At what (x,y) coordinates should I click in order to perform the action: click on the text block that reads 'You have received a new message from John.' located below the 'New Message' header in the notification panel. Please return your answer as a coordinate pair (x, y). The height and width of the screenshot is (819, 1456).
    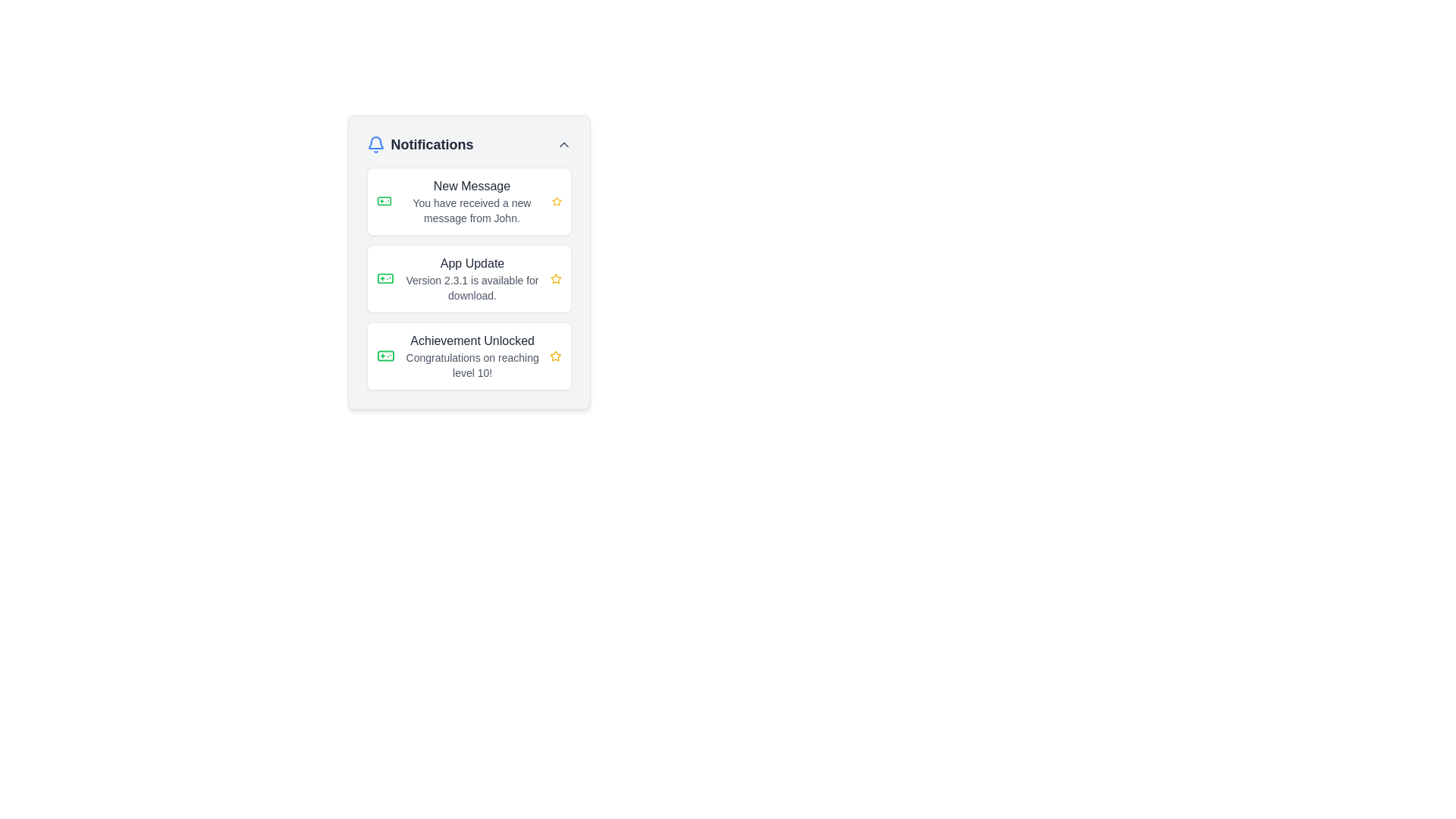
    Looking at the image, I should click on (471, 210).